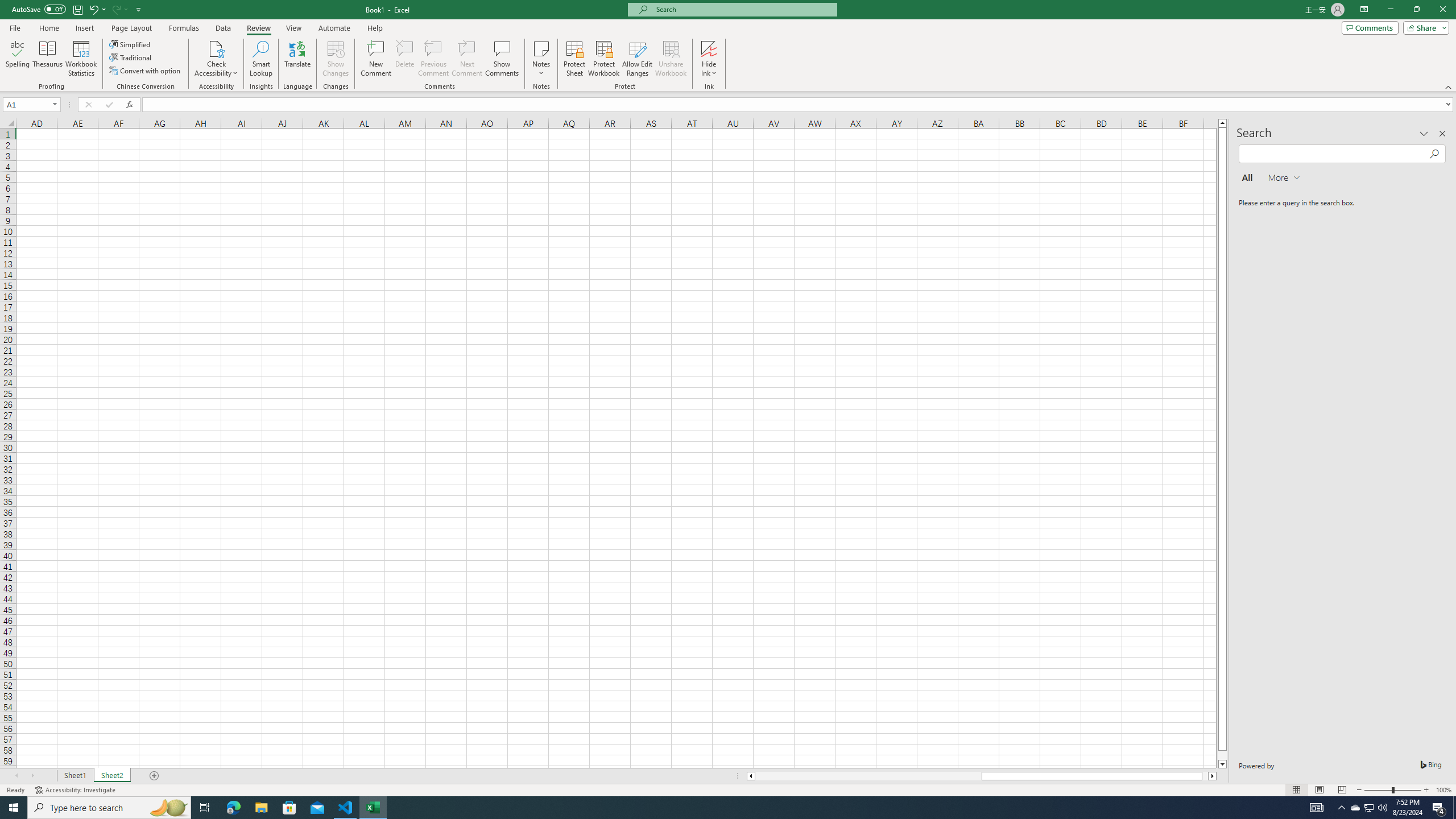  What do you see at coordinates (466, 59) in the screenshot?
I see `'Next Comment'` at bounding box center [466, 59].